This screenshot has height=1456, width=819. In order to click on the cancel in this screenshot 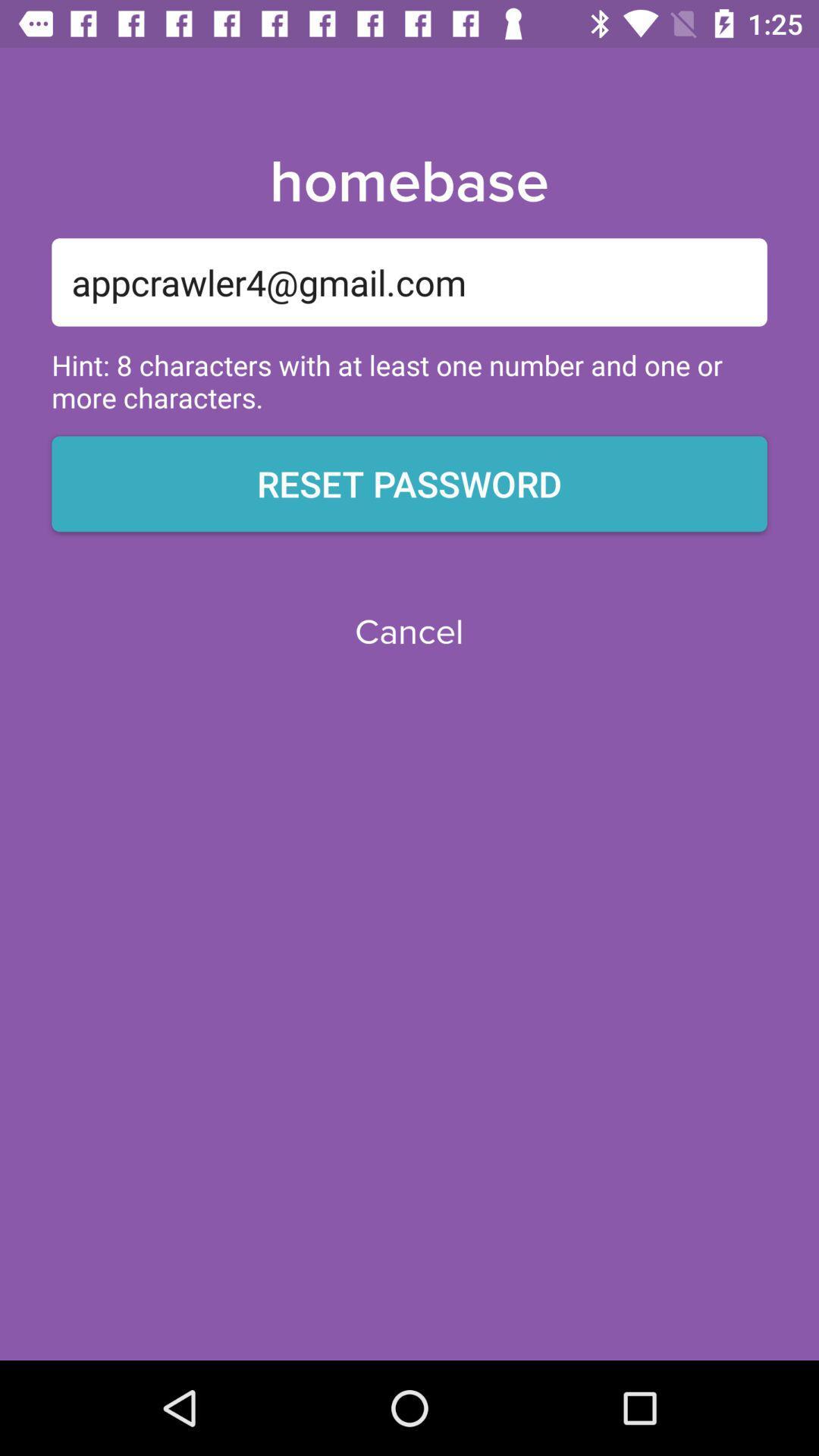, I will do `click(408, 632)`.